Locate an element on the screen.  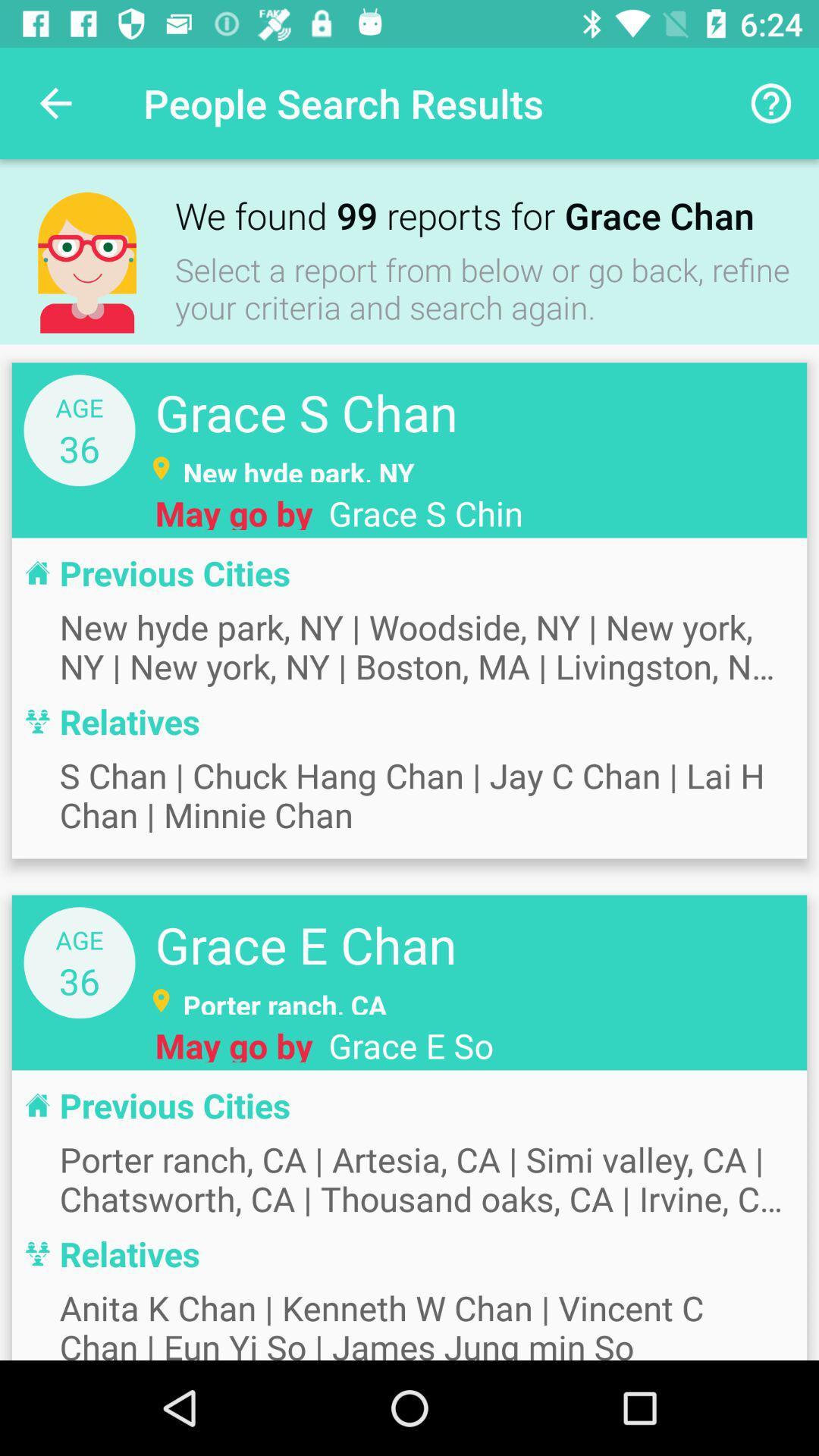
item to the right of the people search results is located at coordinates (771, 102).